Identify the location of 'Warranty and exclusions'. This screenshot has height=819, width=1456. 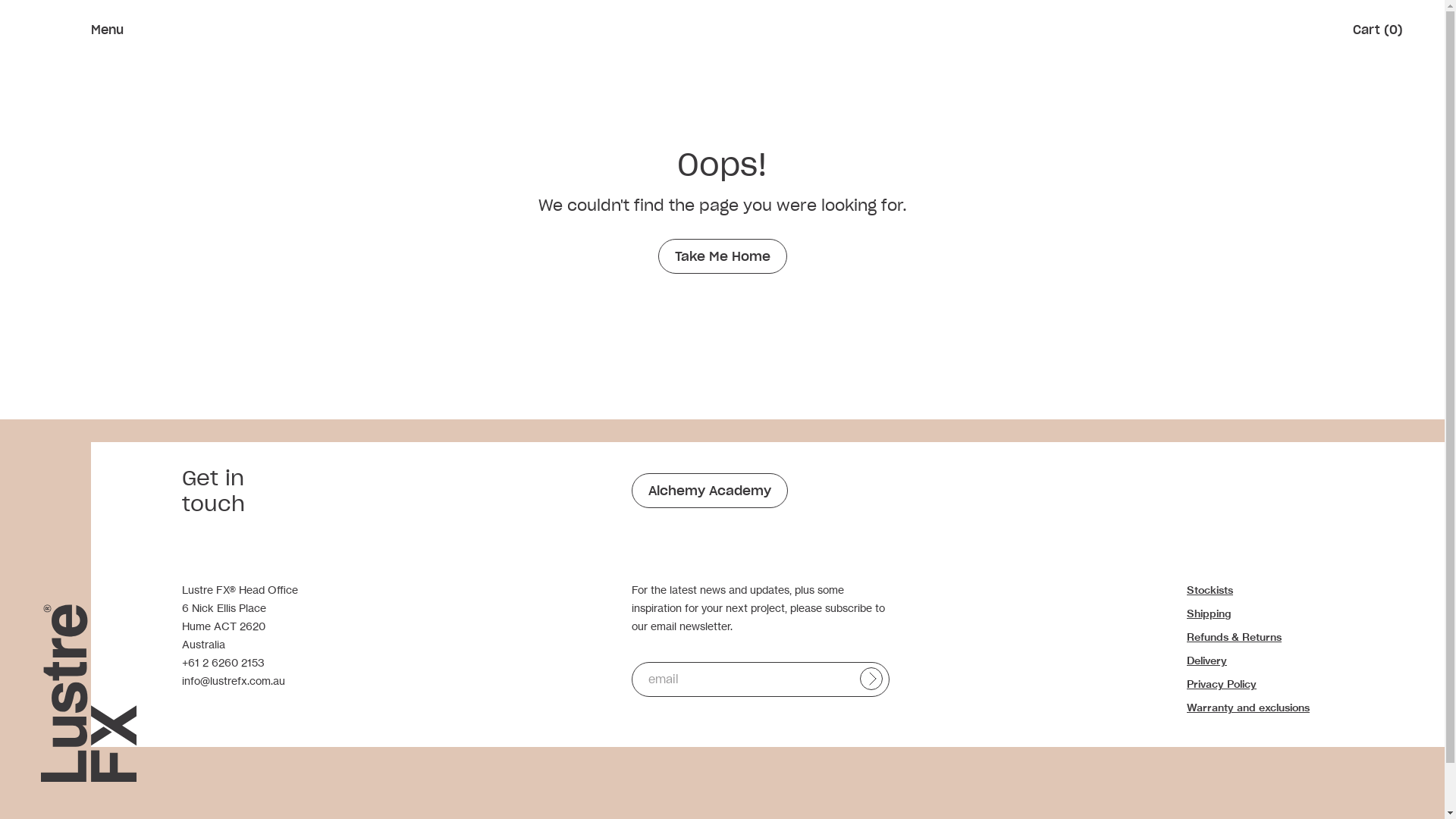
(1248, 708).